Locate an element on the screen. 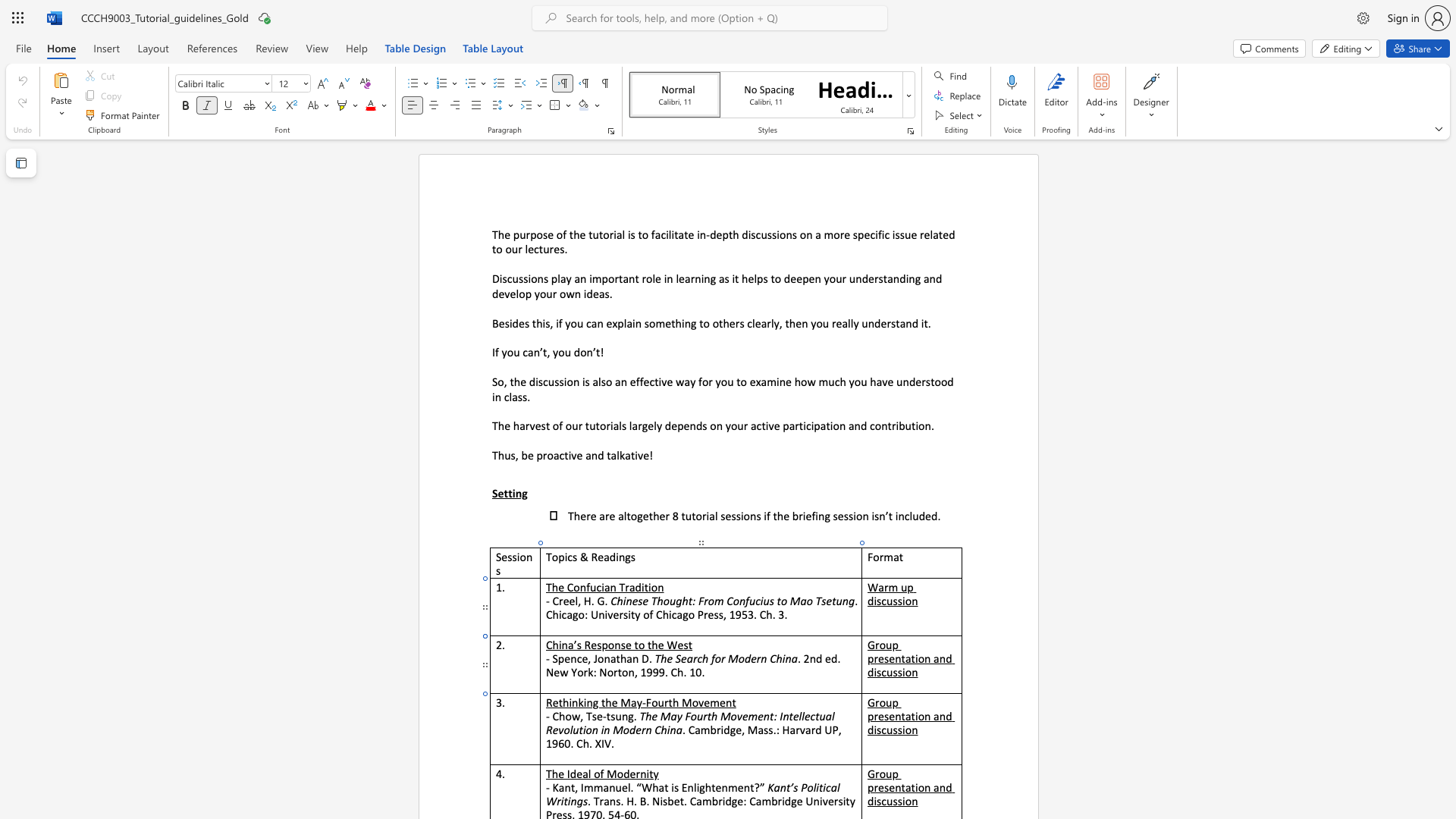 The height and width of the screenshot is (819, 1456). the space between the continuous character "m" and "e" in the text is located at coordinates (717, 702).